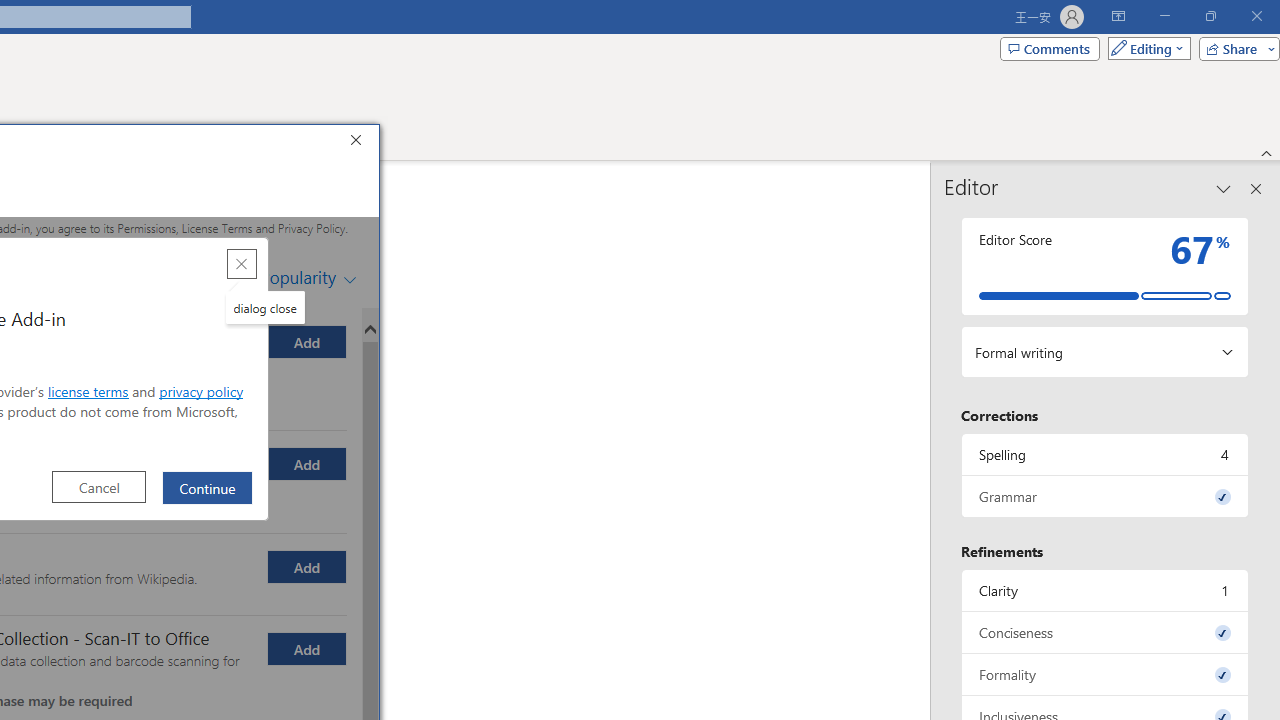 Image resolution: width=1280 pixels, height=720 pixels. I want to click on 'Formality, 0 issues. Press space or enter to review items.', so click(1104, 674).